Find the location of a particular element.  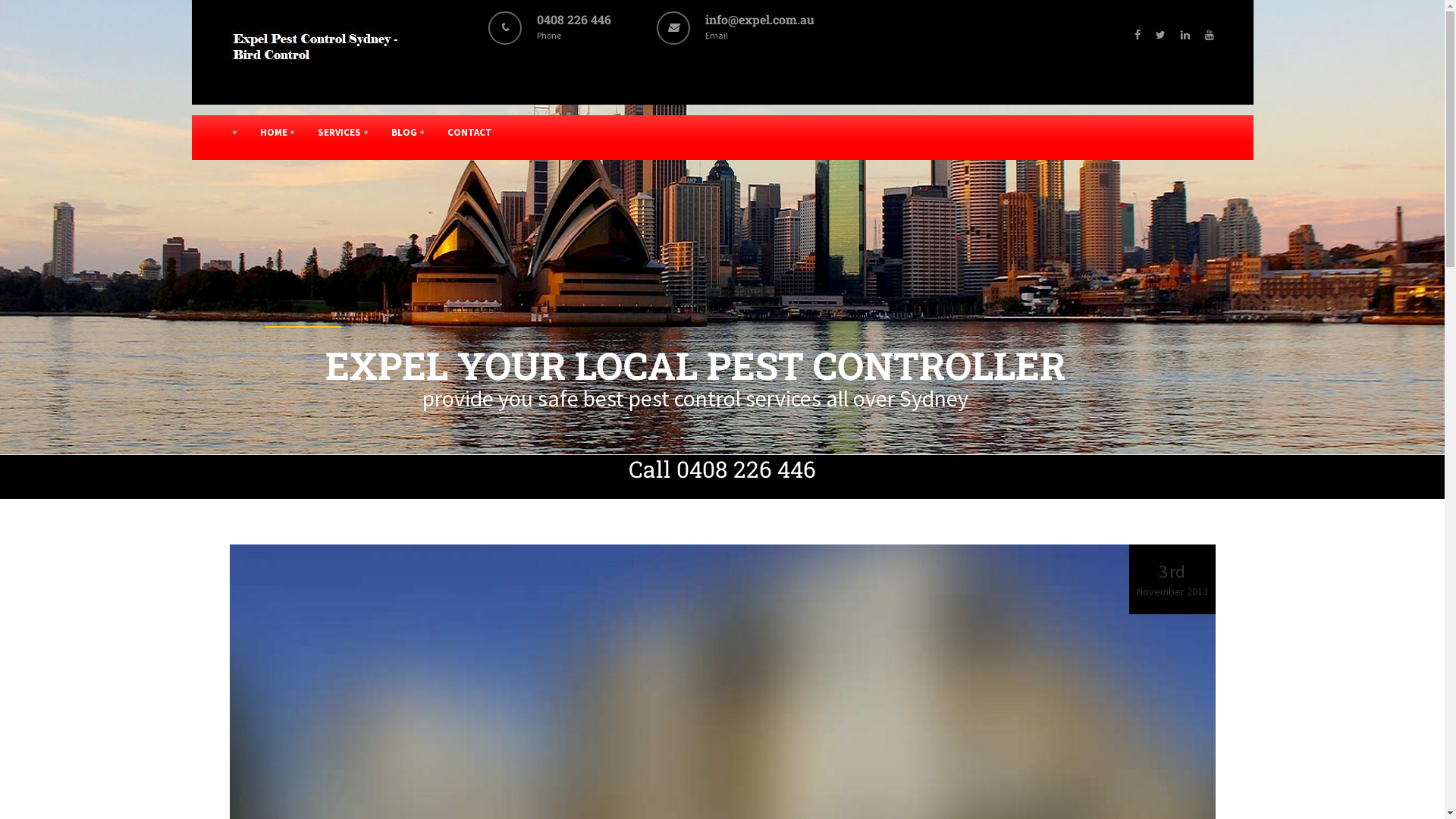

'HOME' is located at coordinates (273, 131).